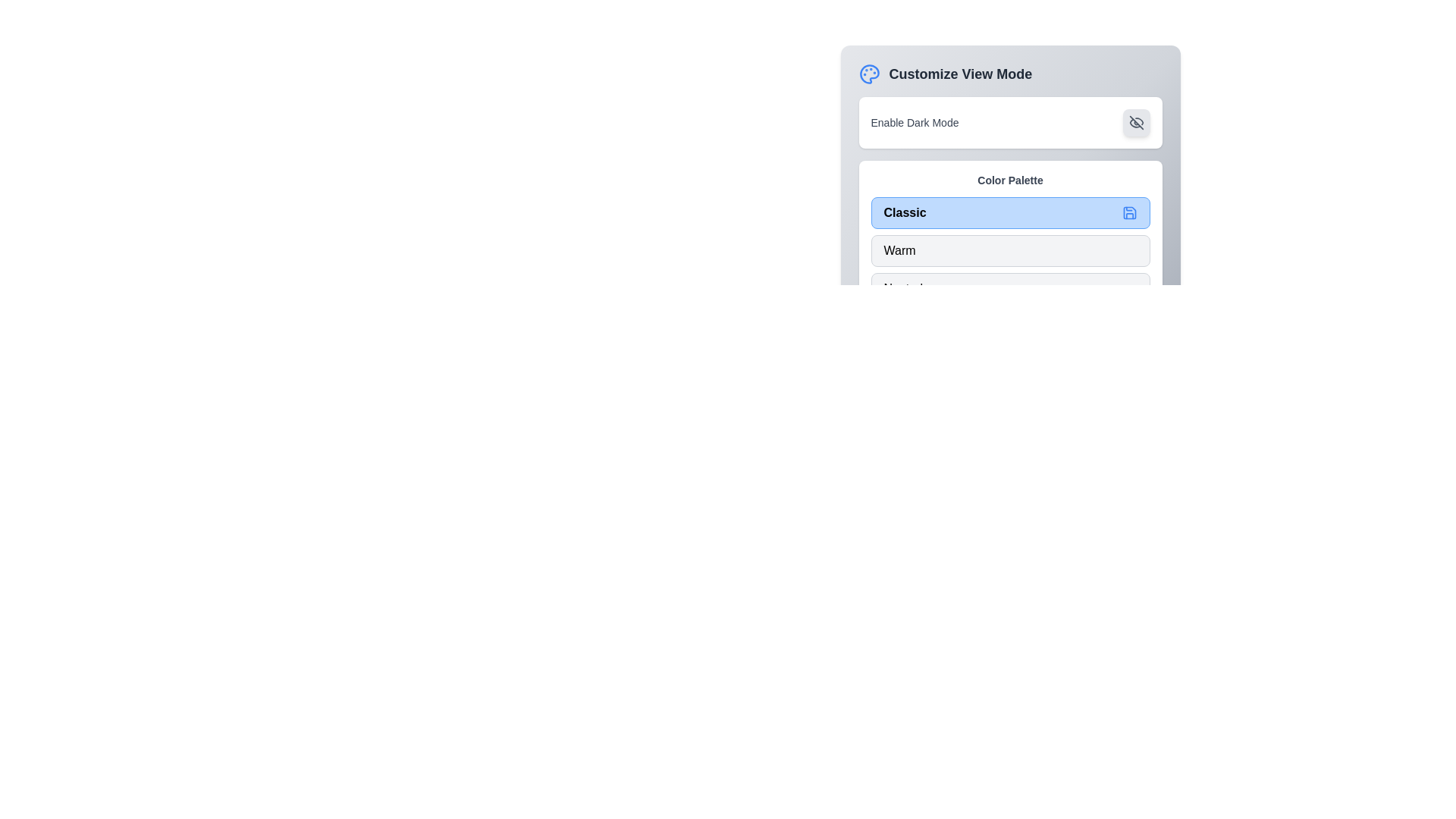  What do you see at coordinates (869, 74) in the screenshot?
I see `the blue artist's palette icon located to the left of the text 'Customize View Mode' at the top of the interface` at bounding box center [869, 74].